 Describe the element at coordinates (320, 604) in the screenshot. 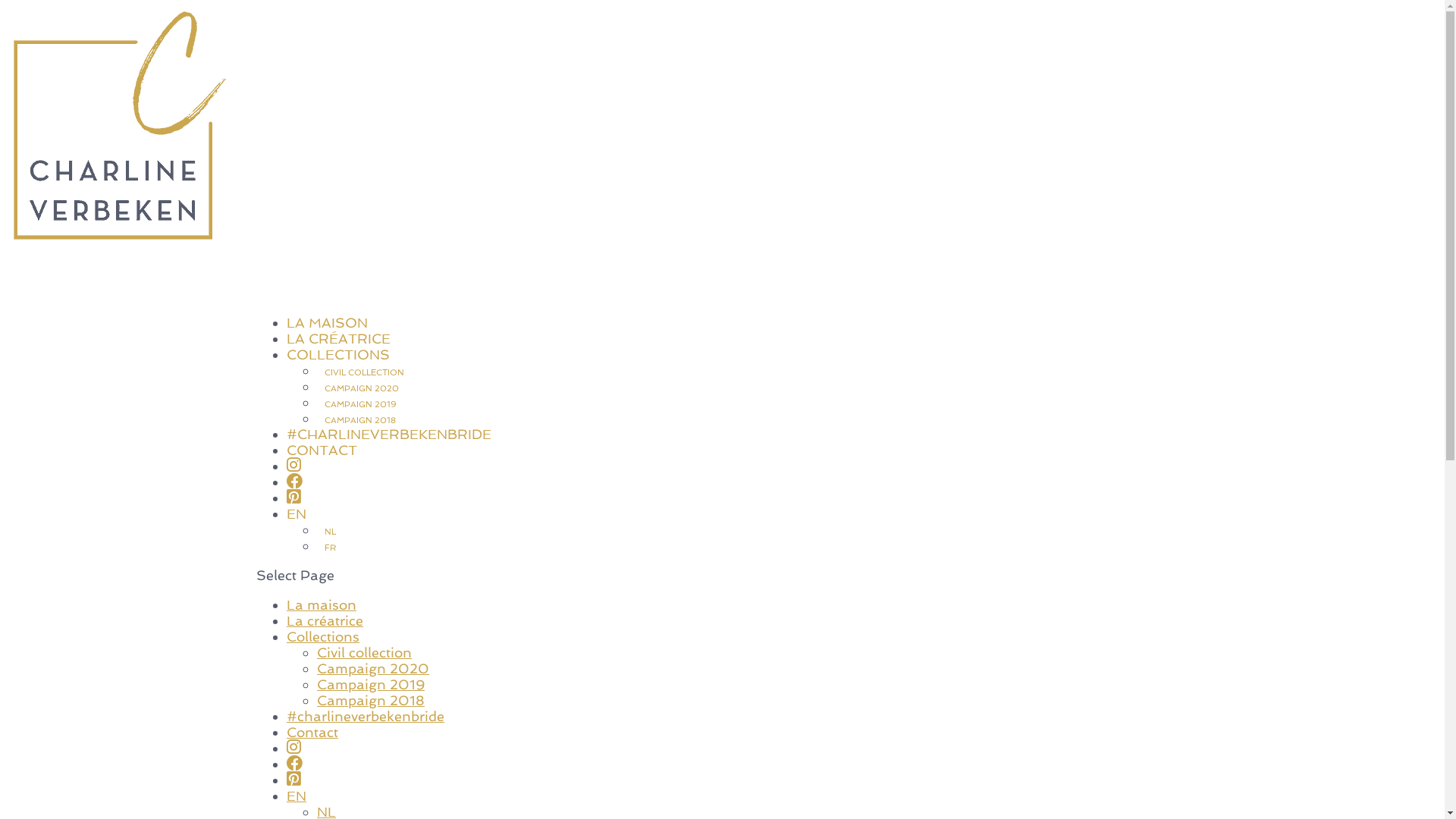

I see `'La maison'` at that location.